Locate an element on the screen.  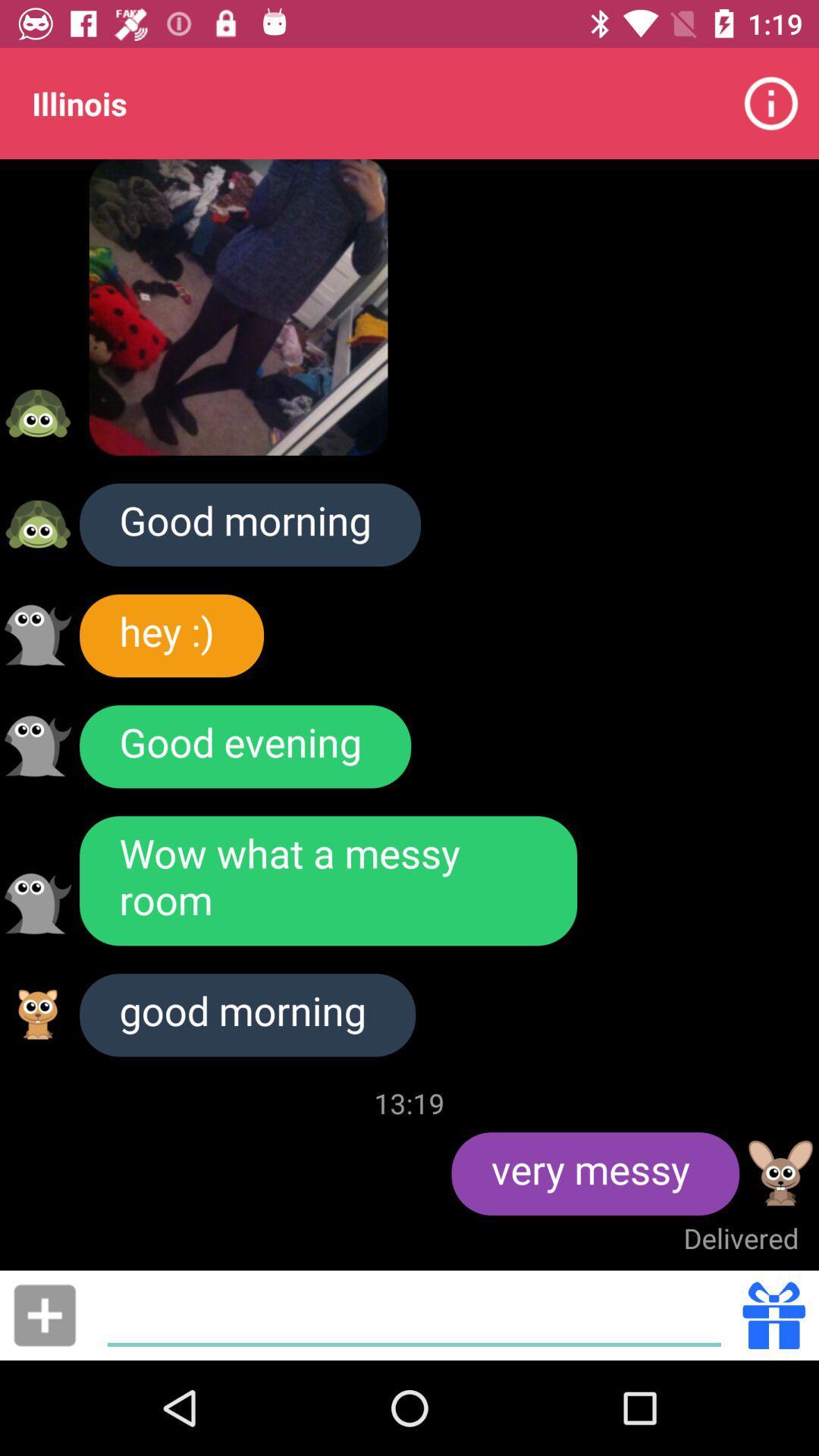
click the ghost is located at coordinates (37, 635).